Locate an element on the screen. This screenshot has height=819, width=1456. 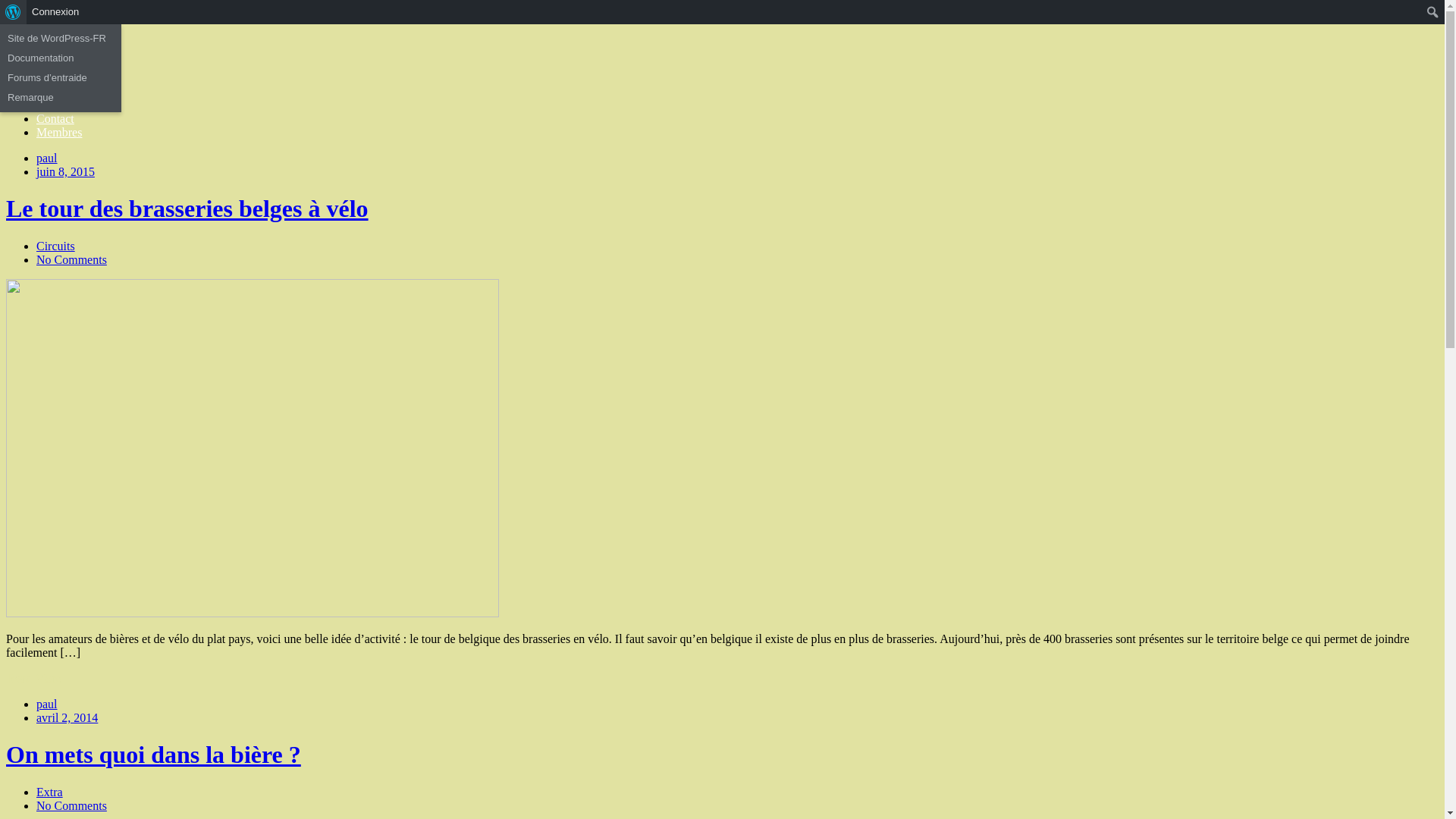
'Site de WordPress-FR' is located at coordinates (61, 37).